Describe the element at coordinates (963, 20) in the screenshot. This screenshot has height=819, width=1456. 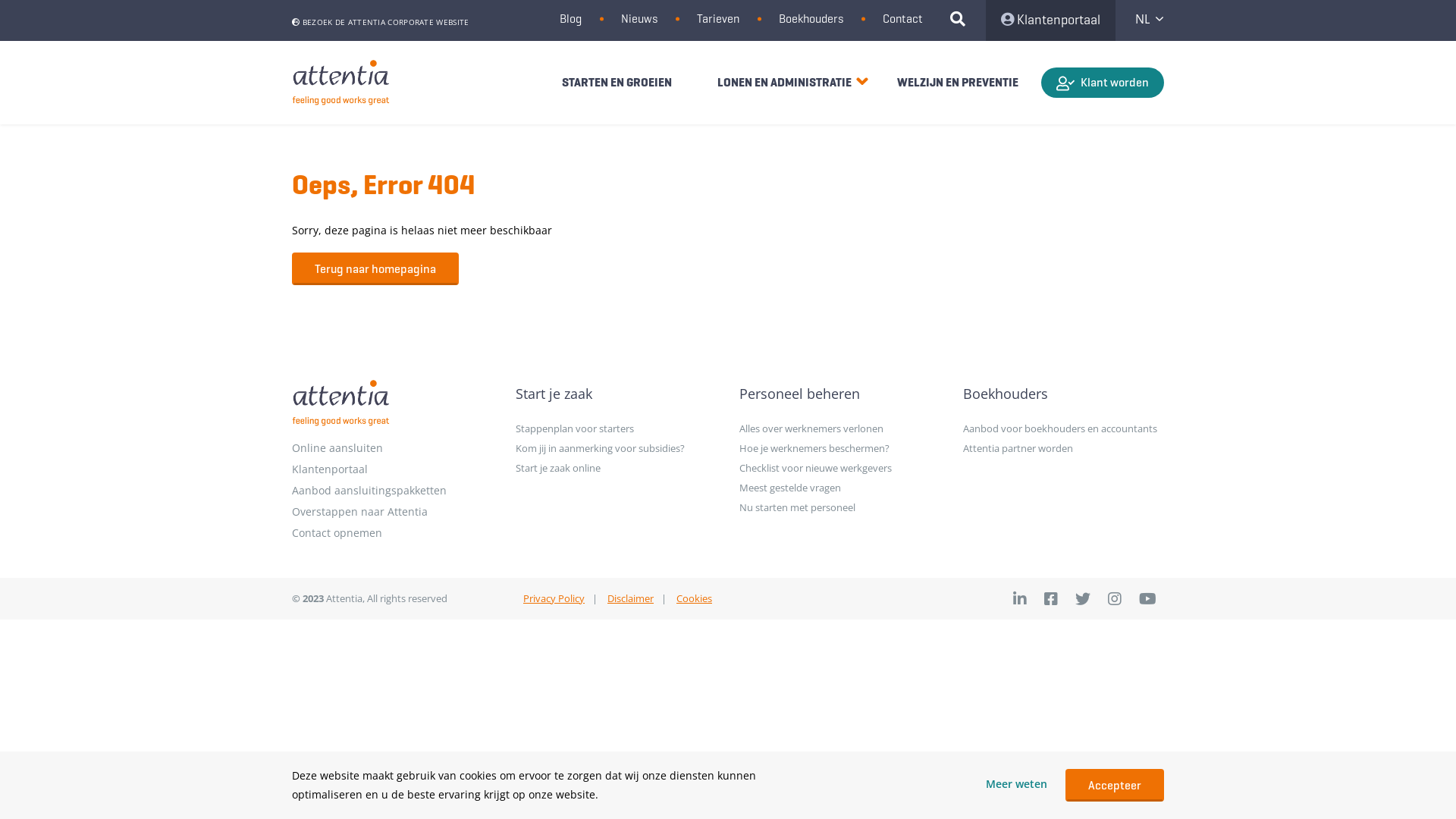
I see `'Search'` at that location.